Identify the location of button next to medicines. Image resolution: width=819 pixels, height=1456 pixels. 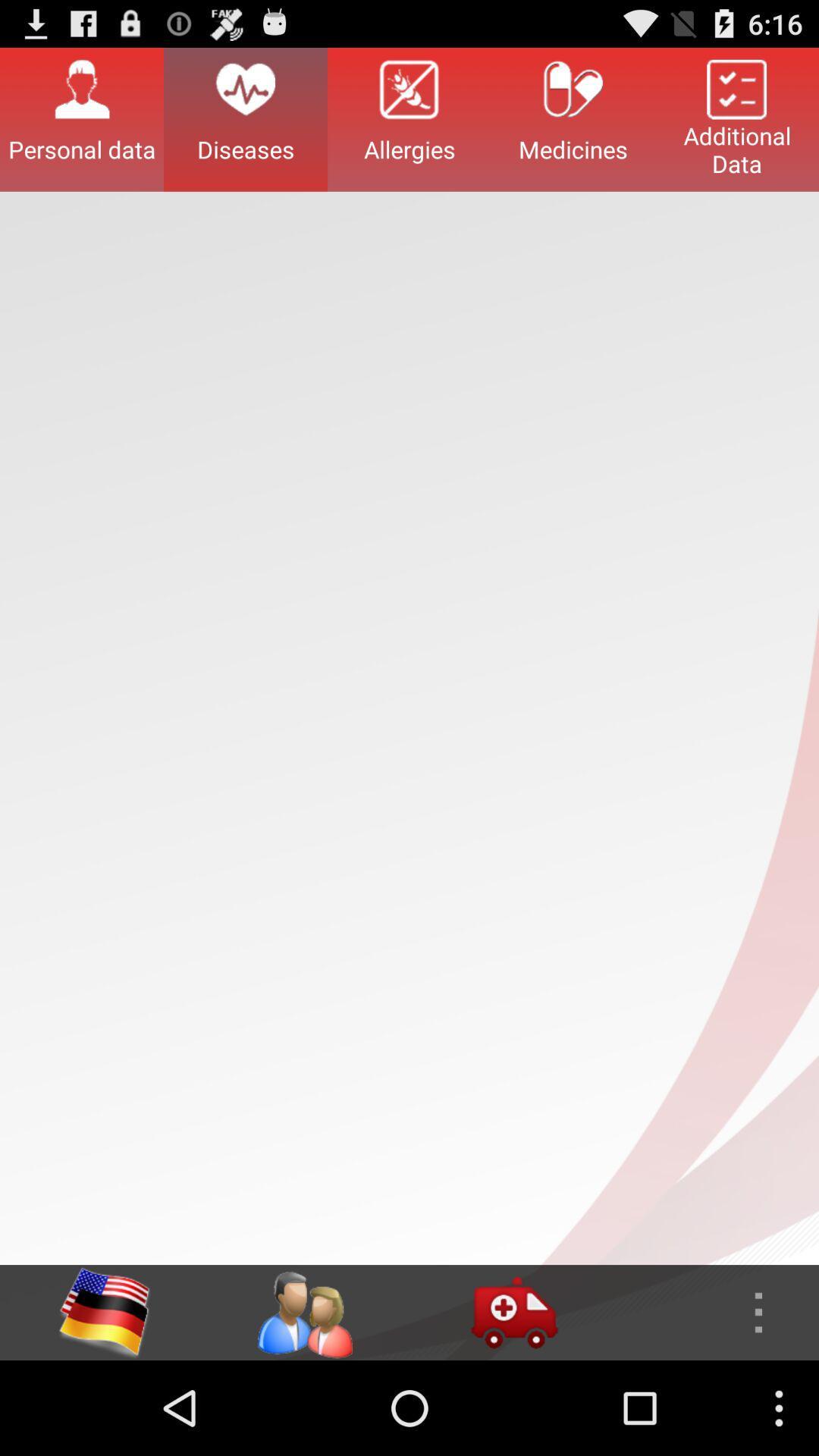
(409, 118).